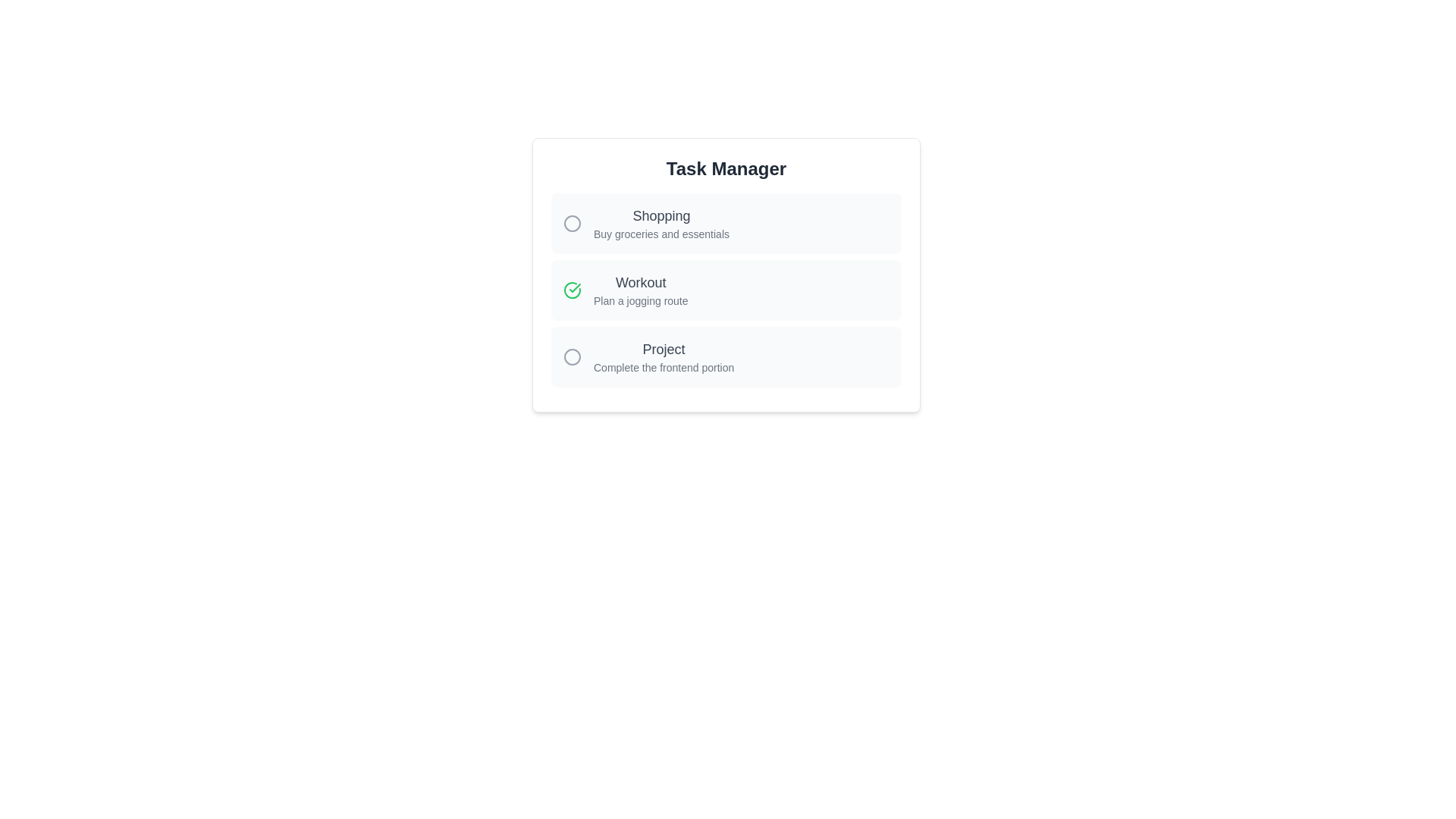 Image resolution: width=1456 pixels, height=819 pixels. Describe the element at coordinates (664, 350) in the screenshot. I see `the task name text for Project` at that location.